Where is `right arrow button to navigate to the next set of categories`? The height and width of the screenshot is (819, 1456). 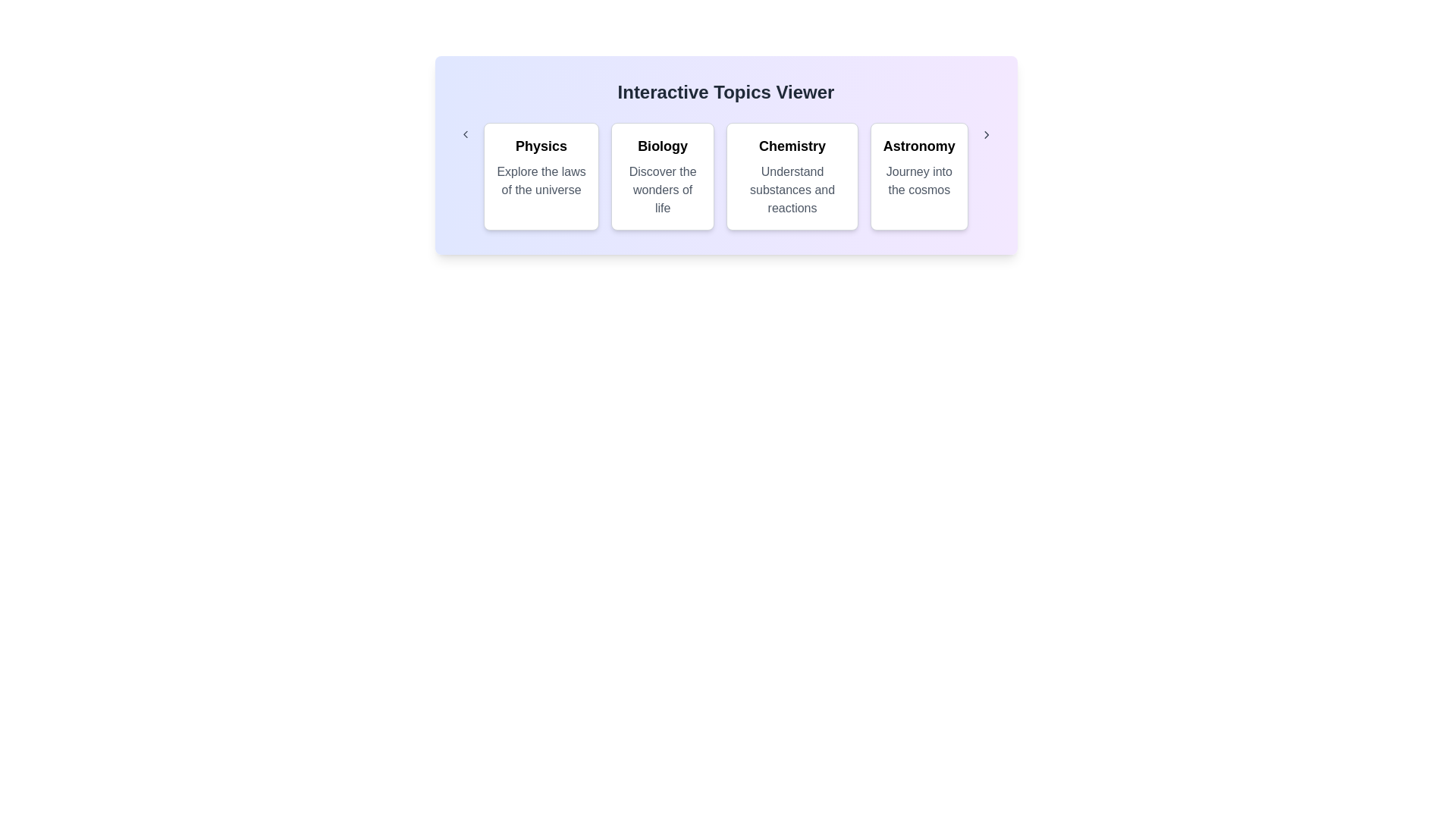 right arrow button to navigate to the next set of categories is located at coordinates (986, 133).